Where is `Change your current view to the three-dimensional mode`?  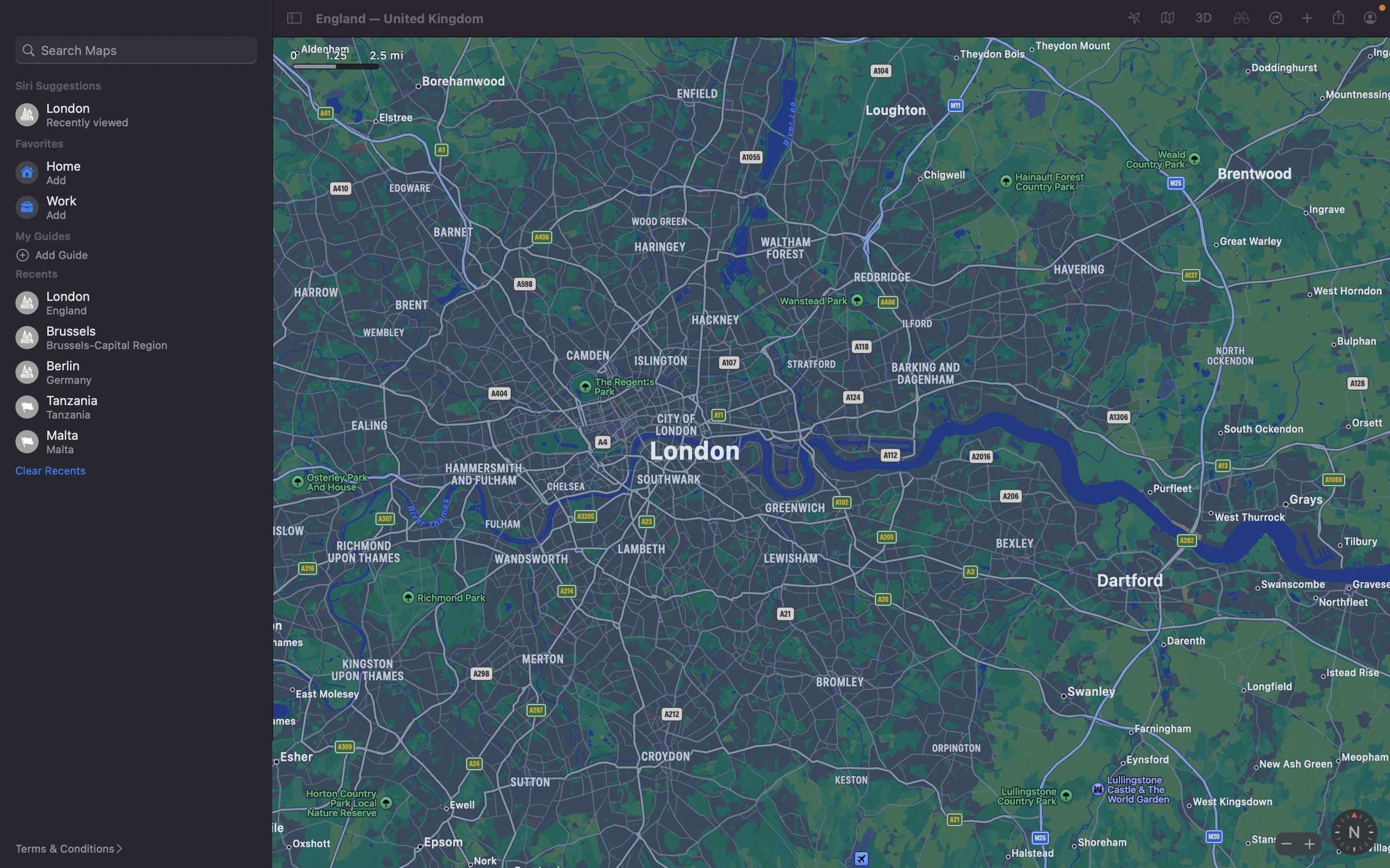
Change your current view to the three-dimensional mode is located at coordinates (1202, 17).